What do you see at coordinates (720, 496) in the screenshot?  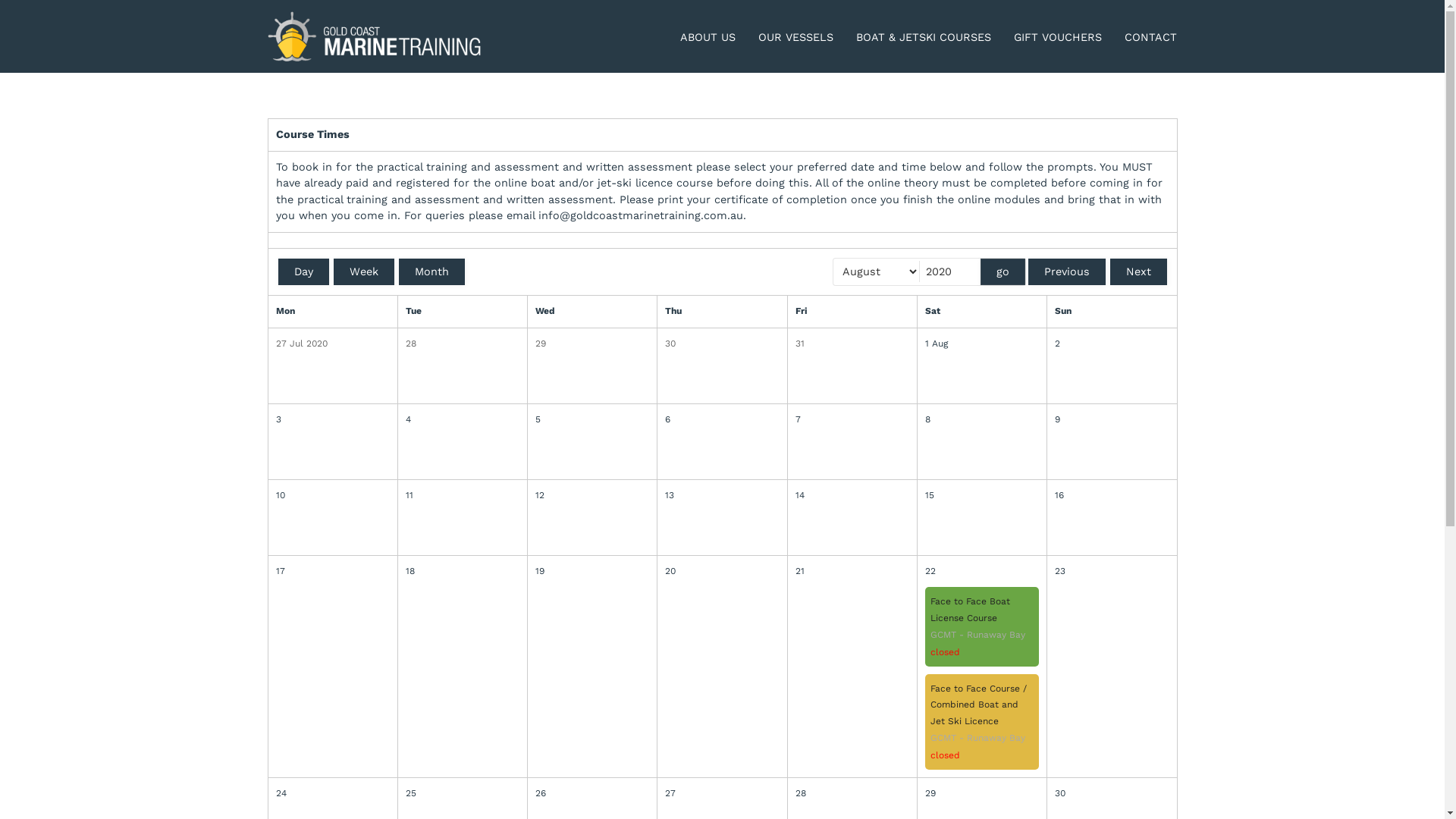 I see `'13'` at bounding box center [720, 496].